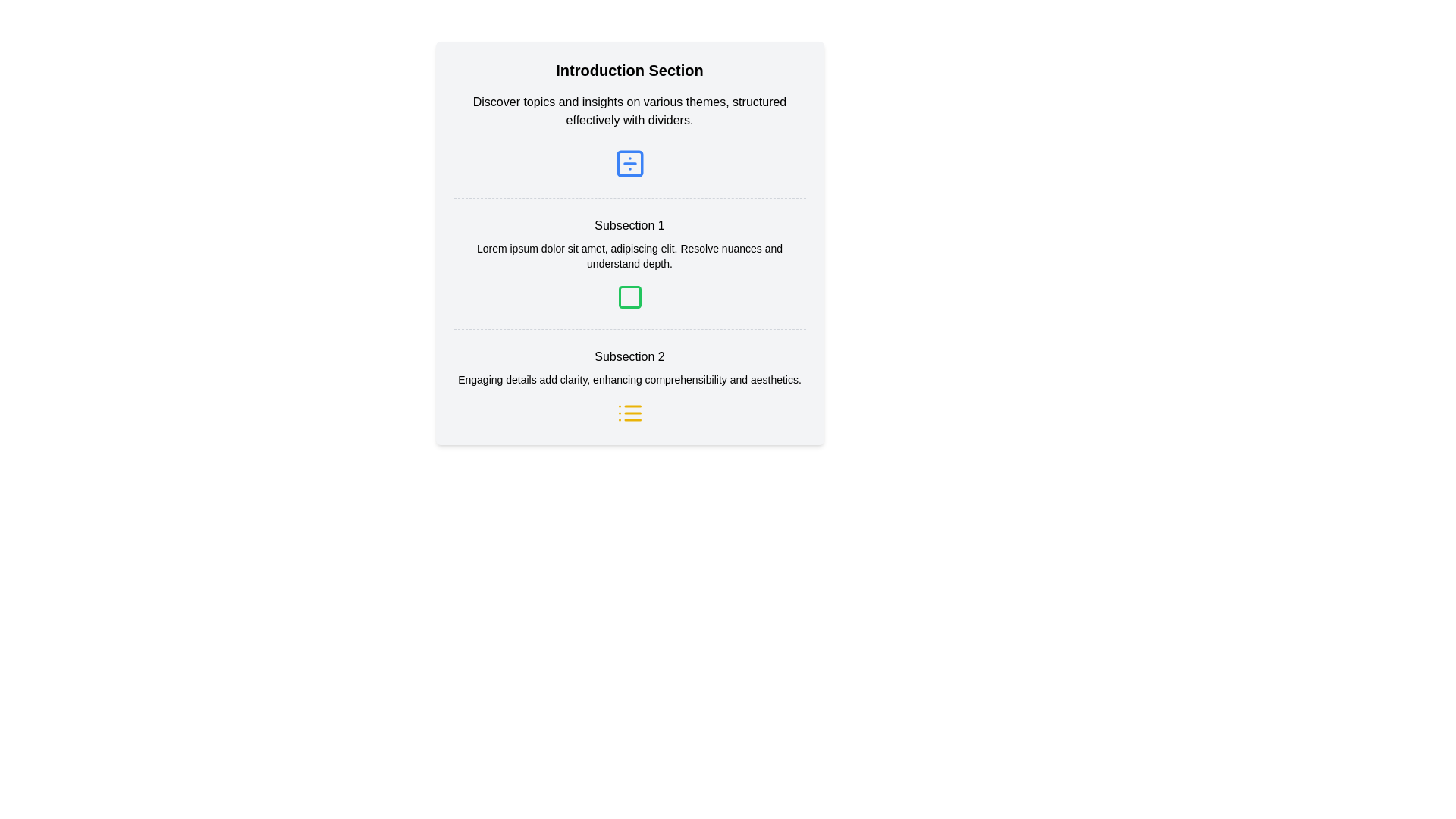 This screenshot has width=1456, height=819. I want to click on the text block displaying 'Discover topics and insights on various themes, structured effectively with dividers.' which is located directly below the 'Introduction Section' heading, so click(629, 110).